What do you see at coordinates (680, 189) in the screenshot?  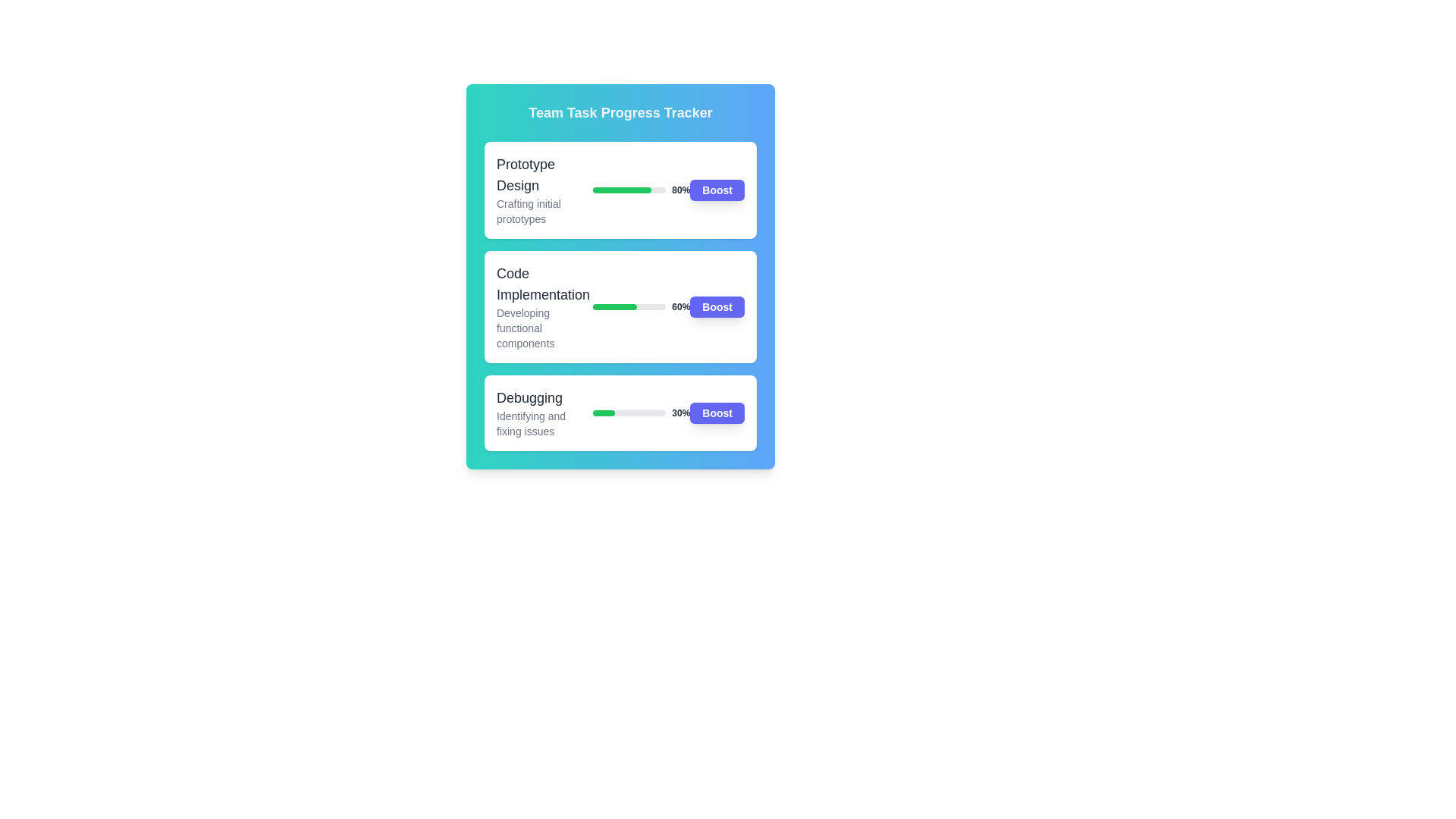 I see `text displayed in the progress percentage Text Label for the 'Prototype Design' task, which is located at the end of the progress bar and just before the 'Boost' button` at bounding box center [680, 189].